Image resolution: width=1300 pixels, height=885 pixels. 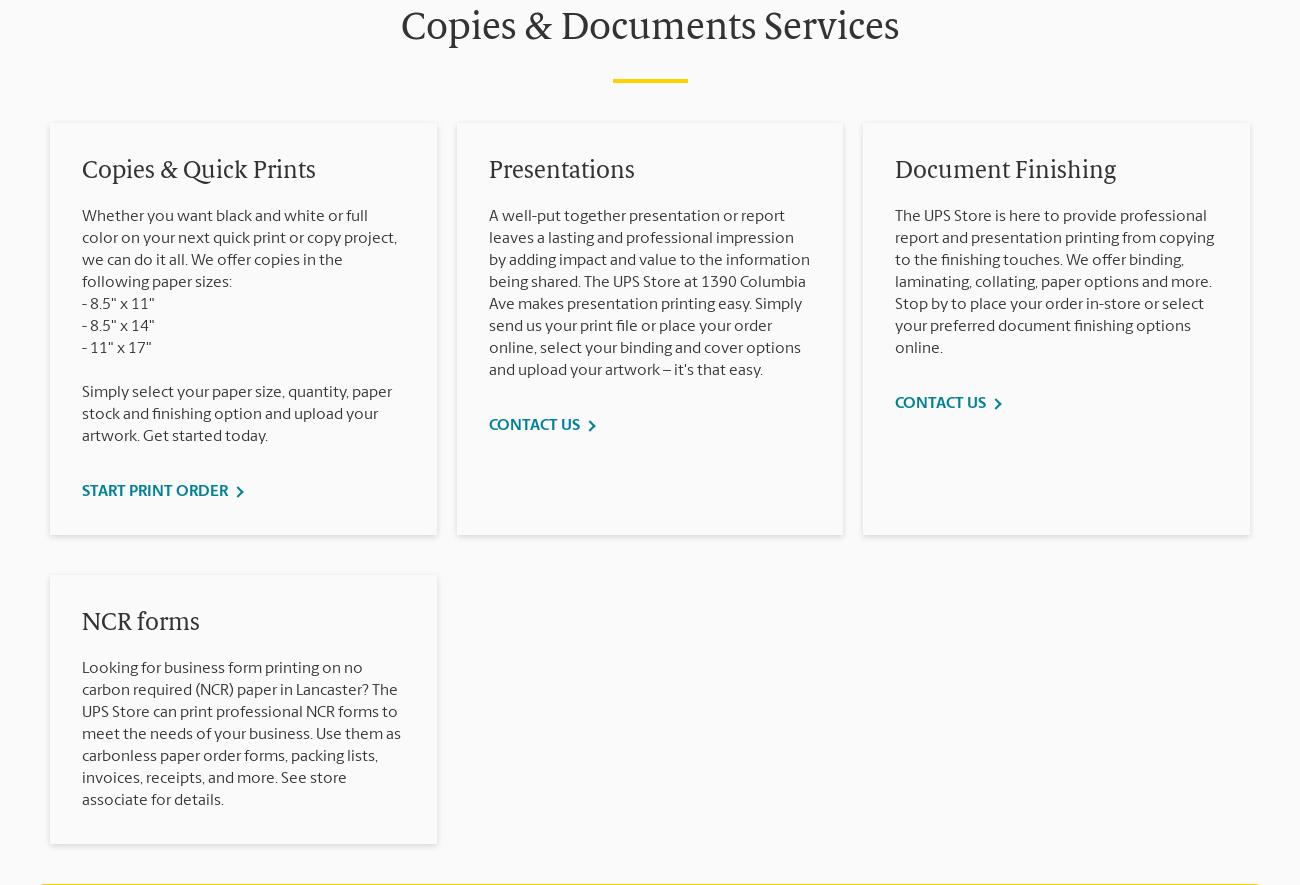 I want to click on 'Copies & Documents Services', so click(x=650, y=29).